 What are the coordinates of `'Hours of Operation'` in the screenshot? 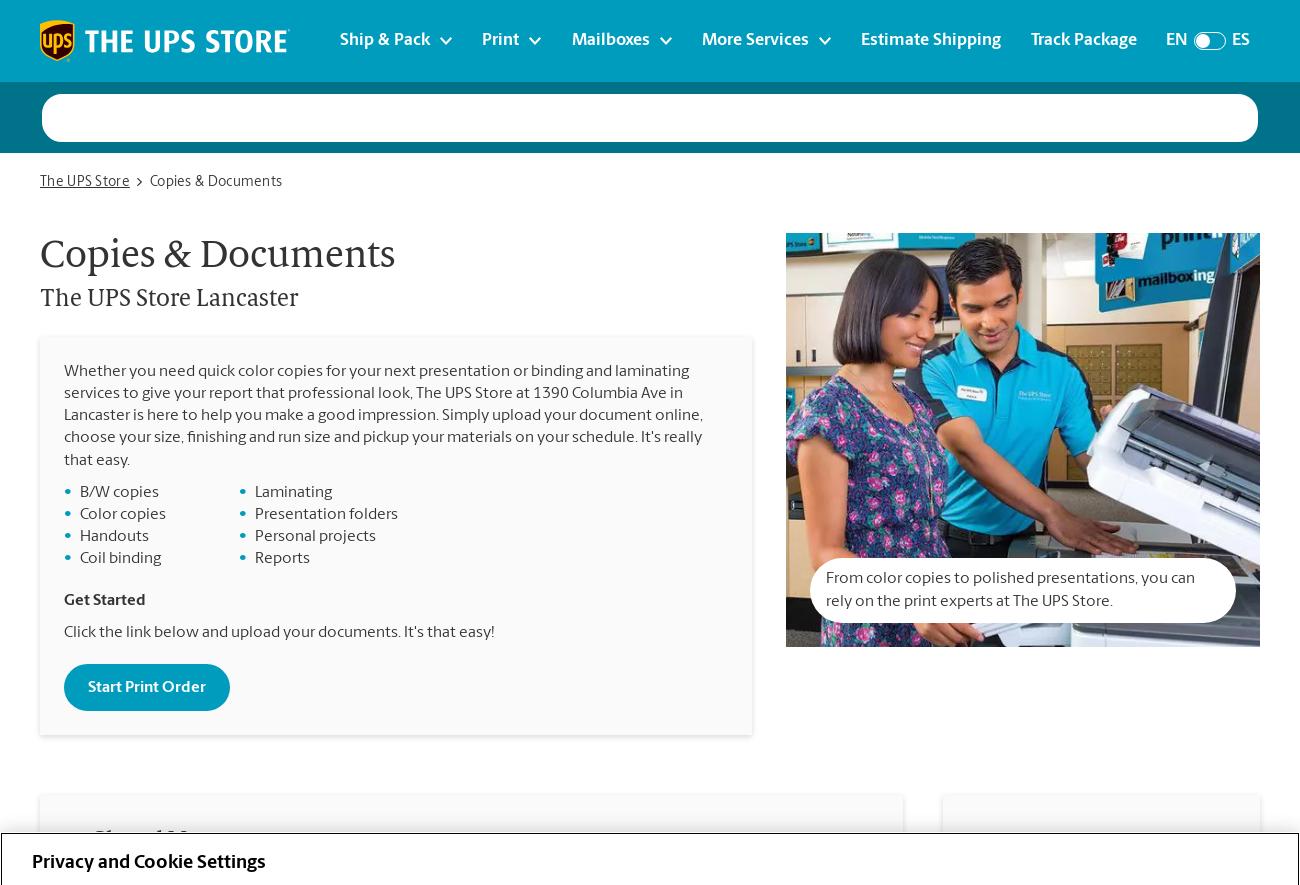 It's located at (982, 850).